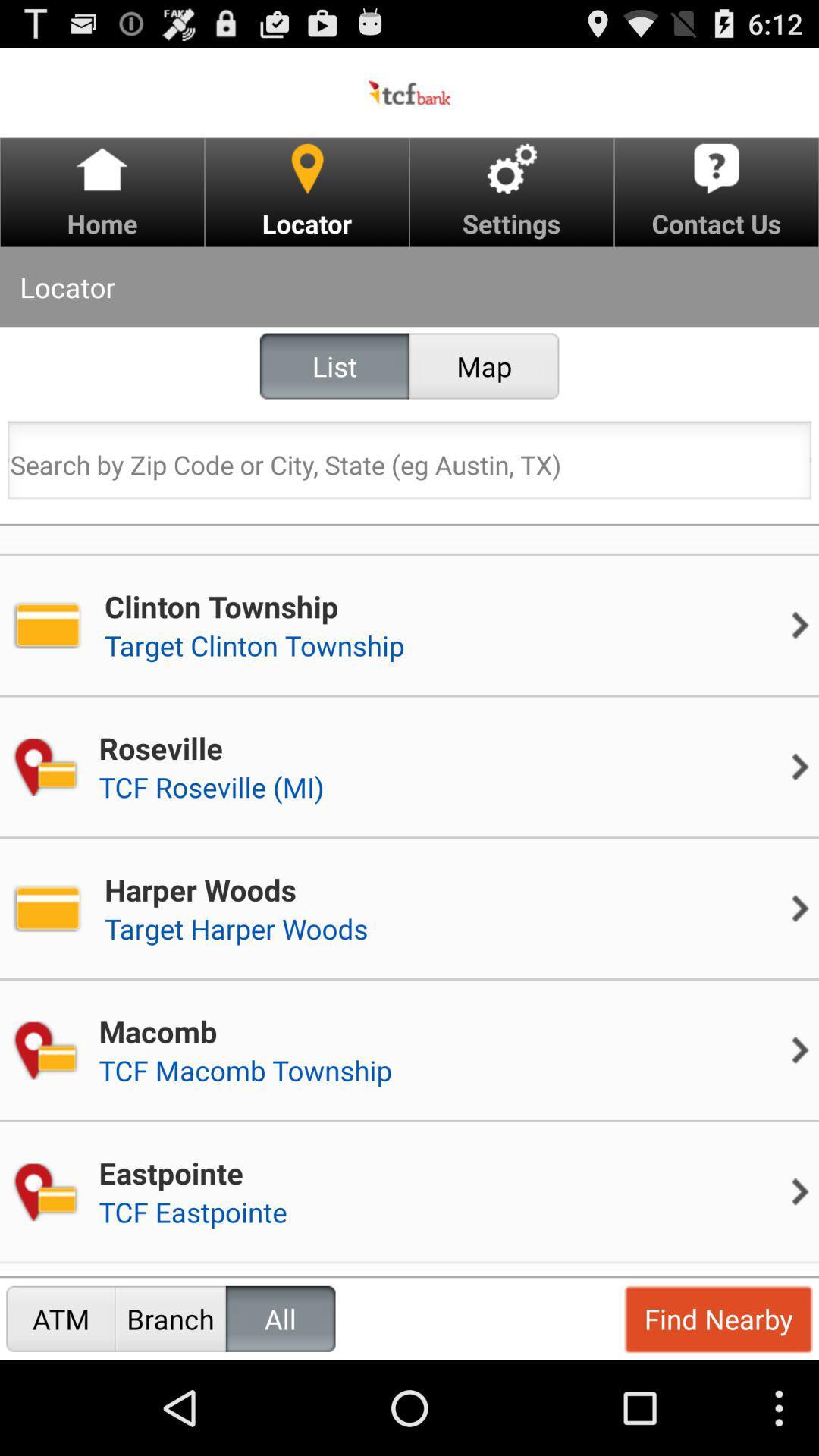 The image size is (819, 1456). Describe the element at coordinates (334, 366) in the screenshot. I see `list radio button` at that location.